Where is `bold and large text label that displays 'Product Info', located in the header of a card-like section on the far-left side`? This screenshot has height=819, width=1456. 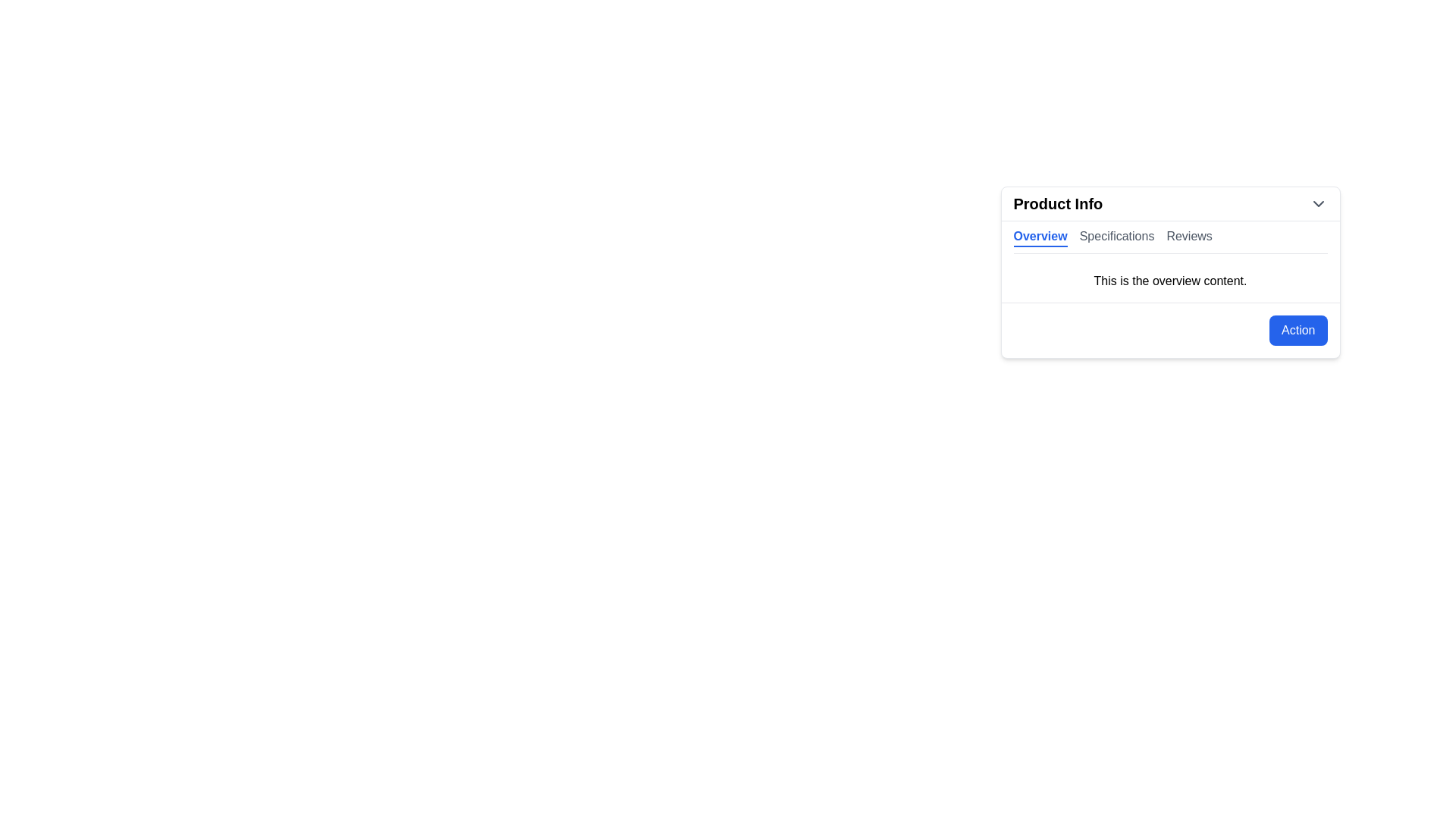
bold and large text label that displays 'Product Info', located in the header of a card-like section on the far-left side is located at coordinates (1057, 203).